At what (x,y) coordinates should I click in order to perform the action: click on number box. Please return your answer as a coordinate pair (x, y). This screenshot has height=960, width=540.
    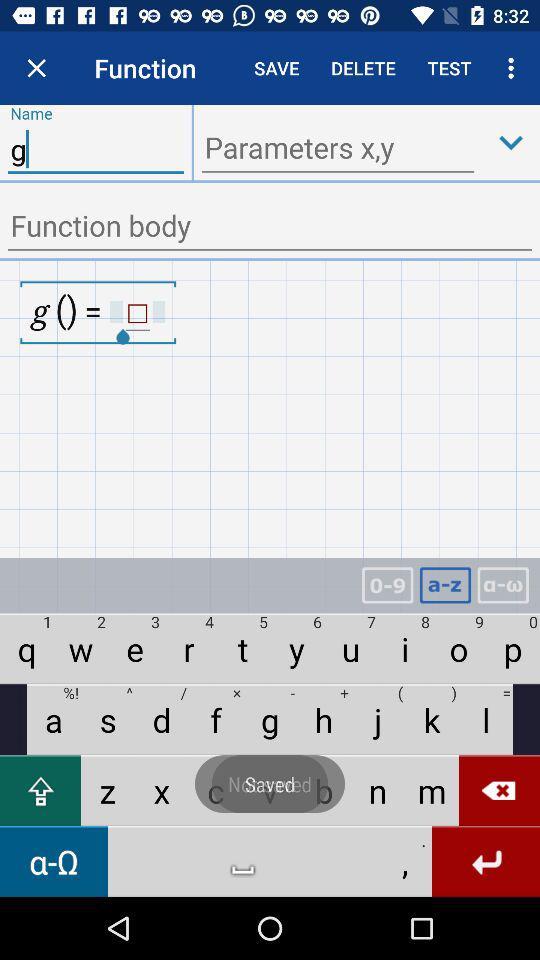
    Looking at the image, I should click on (387, 585).